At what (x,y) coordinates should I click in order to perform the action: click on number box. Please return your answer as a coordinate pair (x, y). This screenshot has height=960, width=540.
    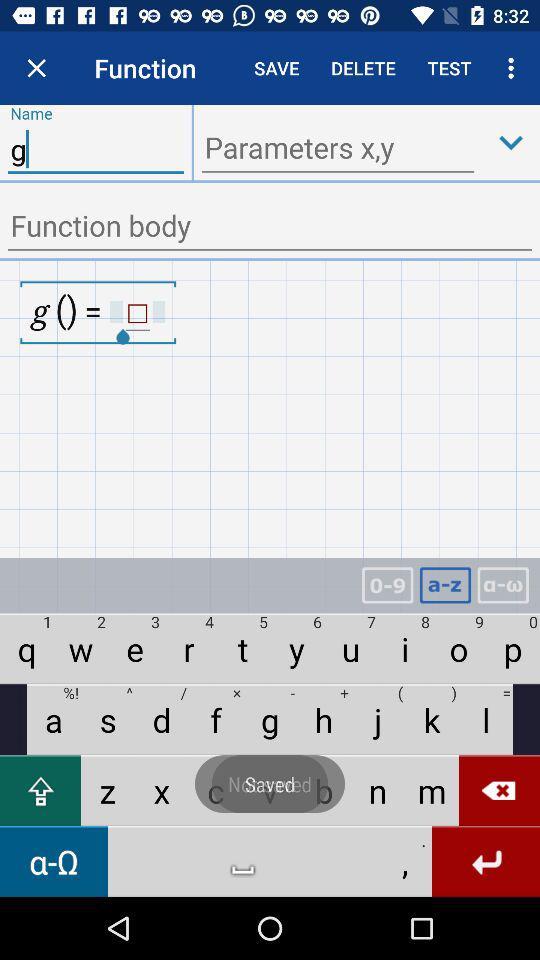
    Looking at the image, I should click on (387, 585).